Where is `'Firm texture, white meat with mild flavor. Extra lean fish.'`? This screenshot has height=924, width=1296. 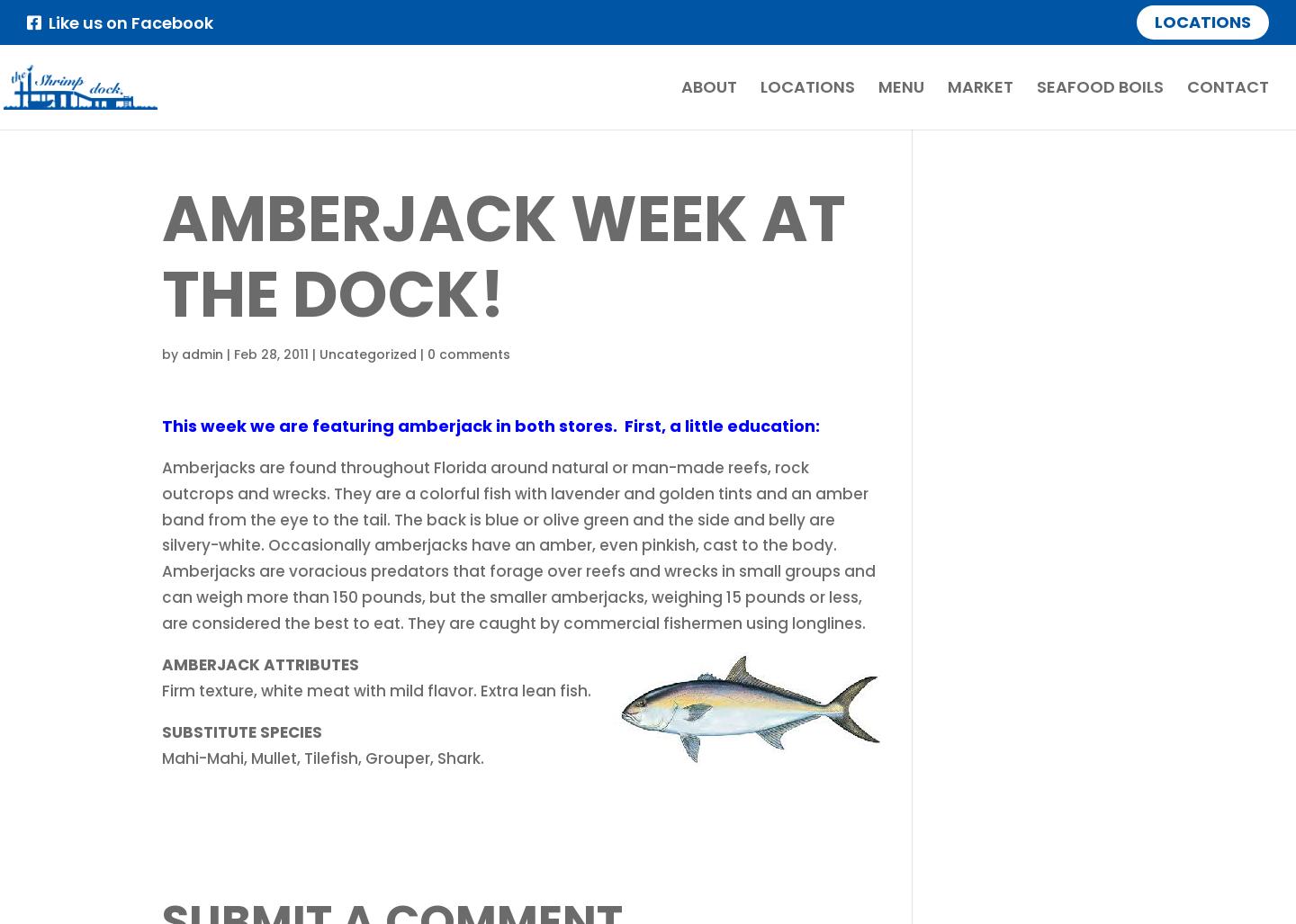 'Firm texture, white meat with mild flavor. Extra lean fish.' is located at coordinates (375, 688).